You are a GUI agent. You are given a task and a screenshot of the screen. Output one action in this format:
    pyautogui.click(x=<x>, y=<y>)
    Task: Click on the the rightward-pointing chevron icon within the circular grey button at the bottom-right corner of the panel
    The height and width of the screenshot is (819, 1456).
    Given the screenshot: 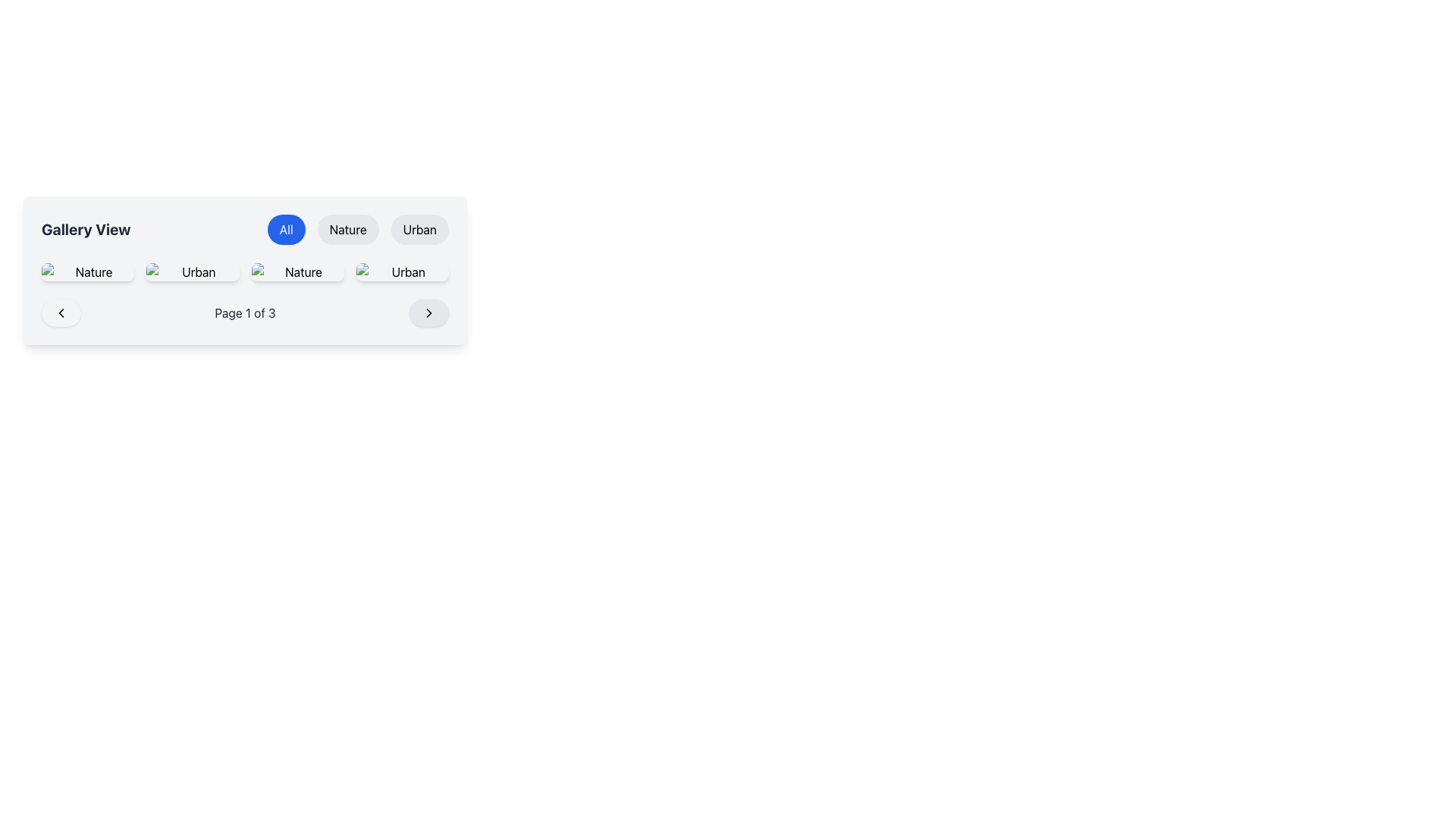 What is the action you would take?
    pyautogui.click(x=428, y=312)
    